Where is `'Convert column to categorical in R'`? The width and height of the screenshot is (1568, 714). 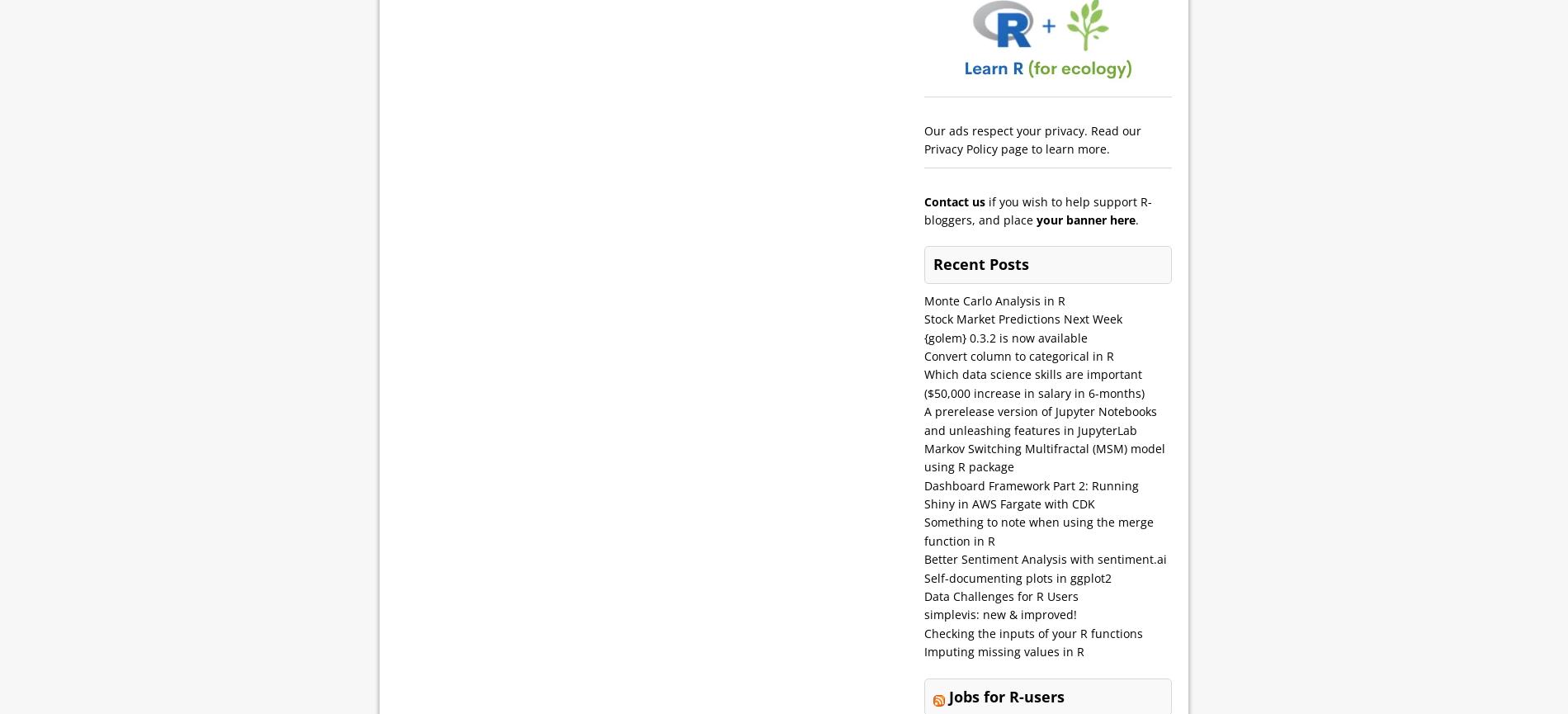 'Convert column to categorical in R' is located at coordinates (924, 355).